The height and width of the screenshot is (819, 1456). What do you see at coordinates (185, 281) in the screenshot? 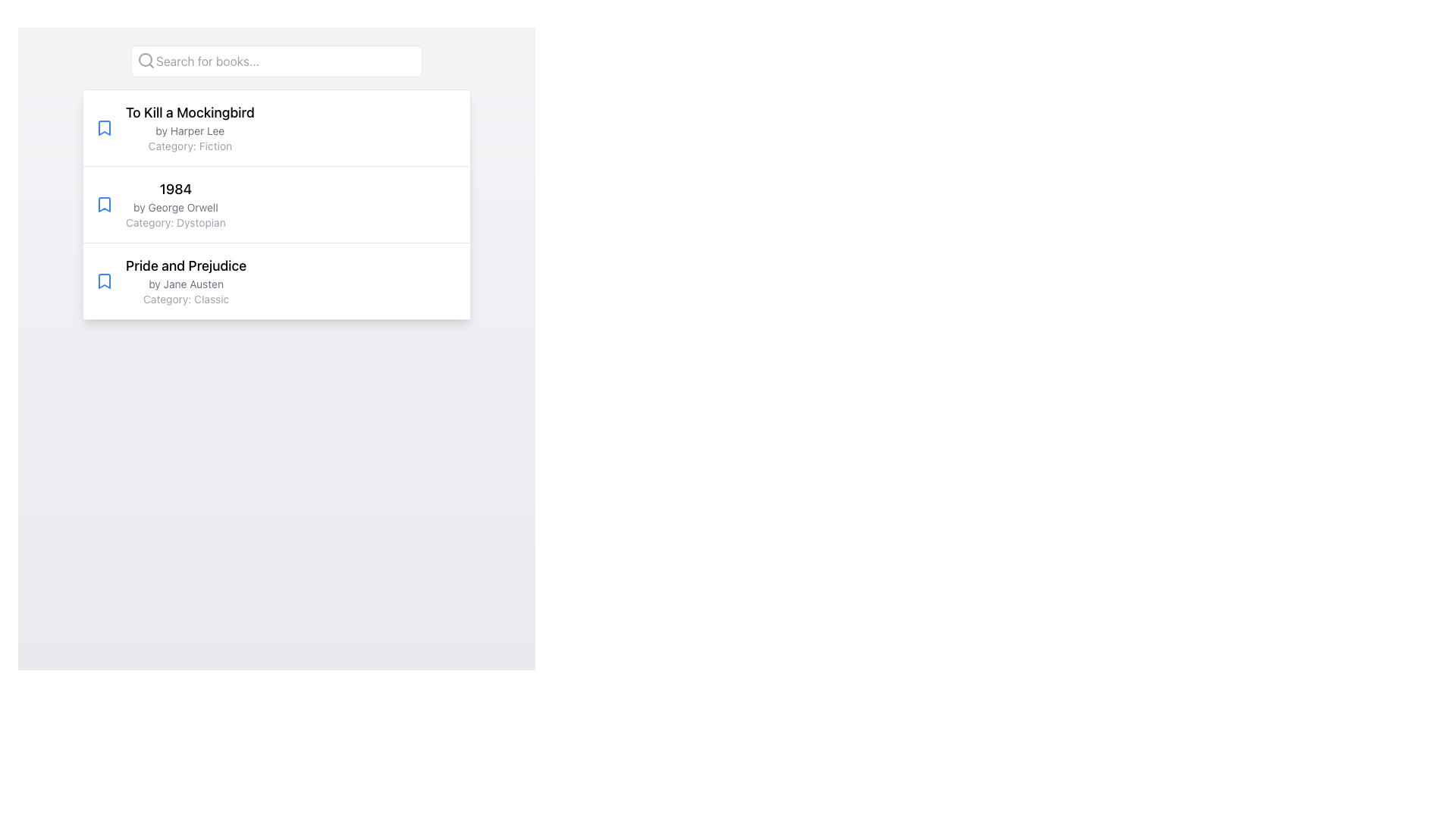
I see `information presented in the Text Content Group containing 'Pride and Prejudice', 'by Jane Austen', and 'Category: Classic', which is the third entry in a vertical list within a white card` at bounding box center [185, 281].